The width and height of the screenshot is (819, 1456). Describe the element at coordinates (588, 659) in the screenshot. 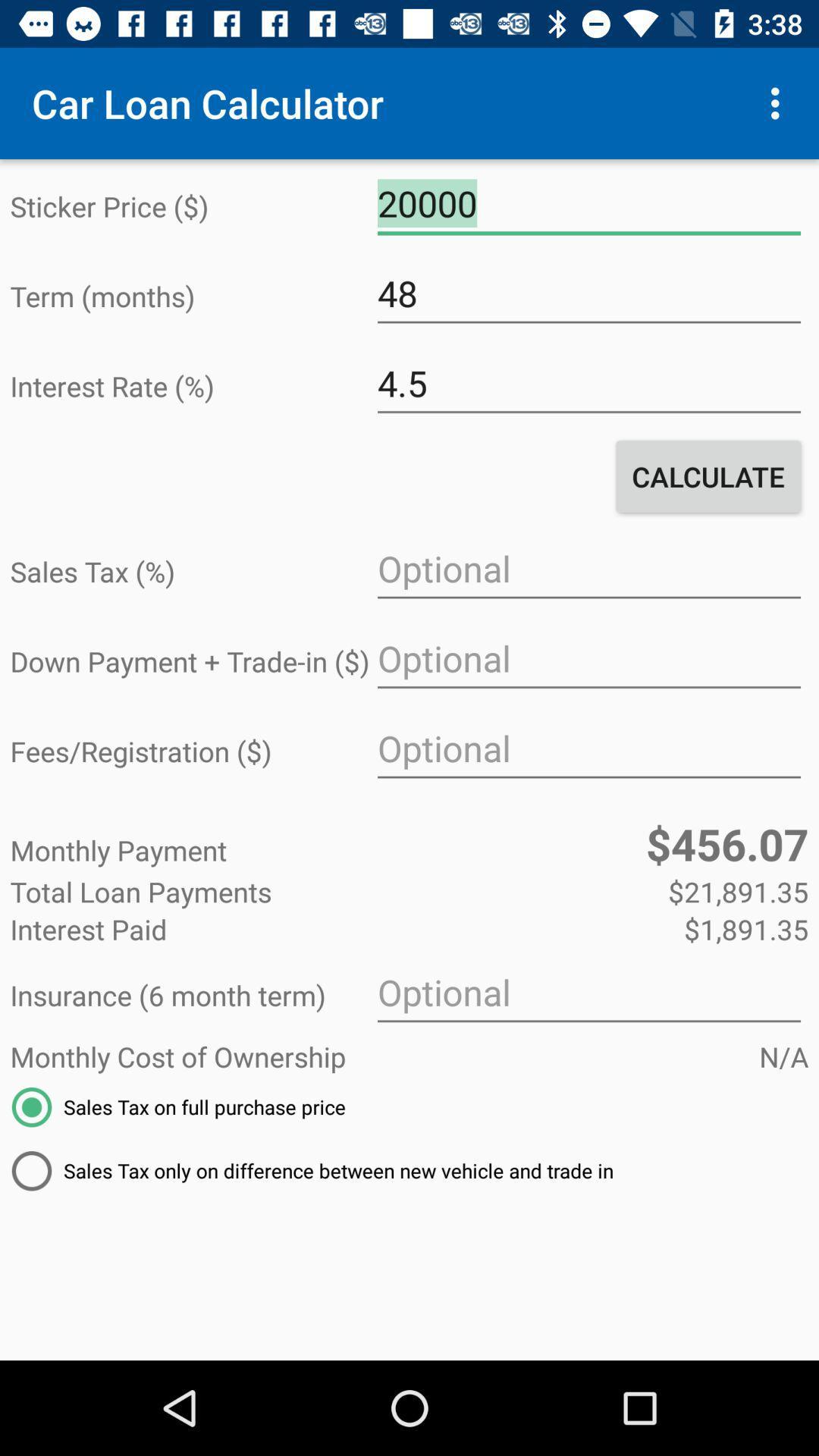

I see `down payment amount` at that location.